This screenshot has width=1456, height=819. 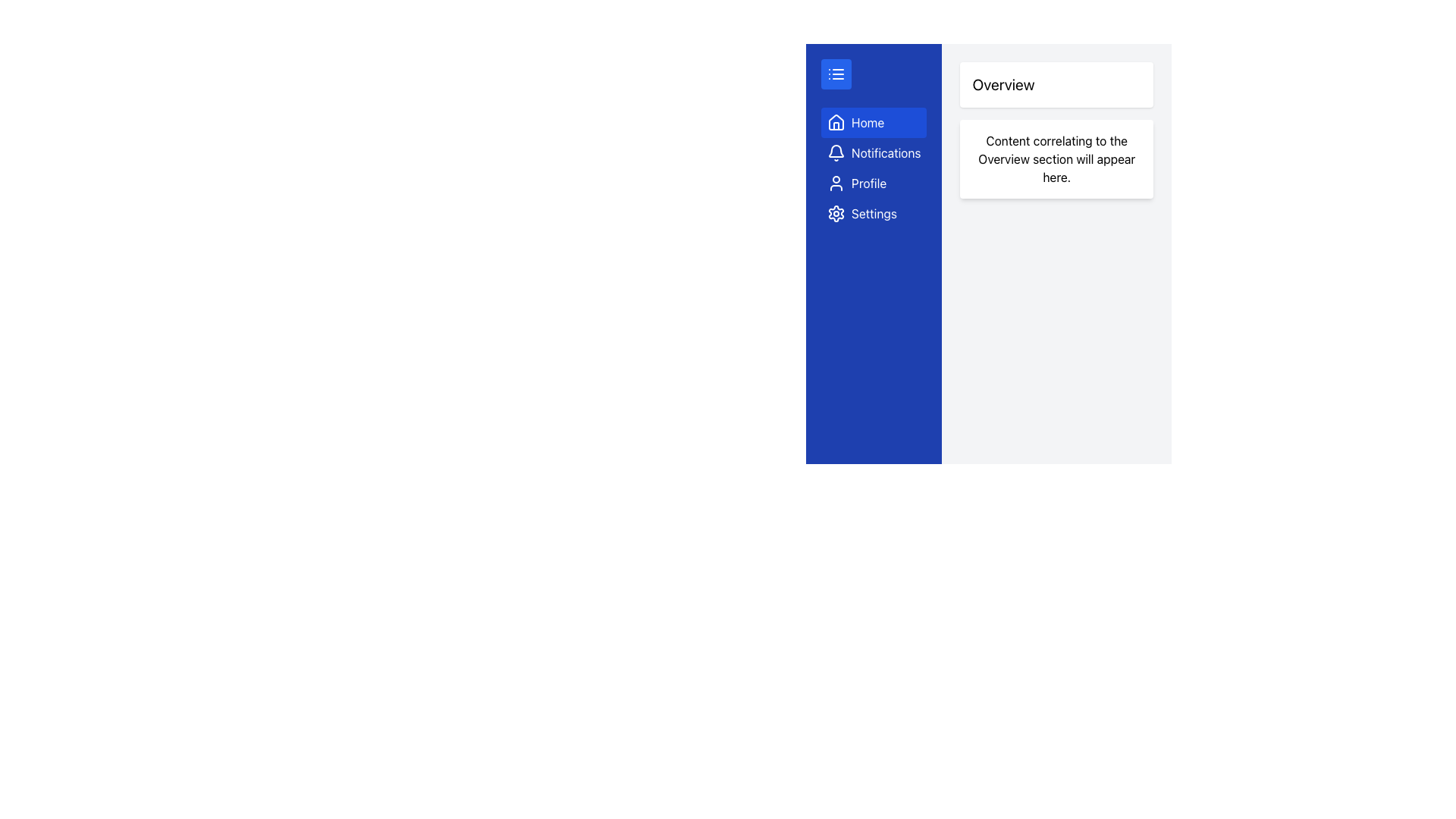 I want to click on the fourth item in the vertical navigation menu on the left sidebar, so click(x=874, y=213).